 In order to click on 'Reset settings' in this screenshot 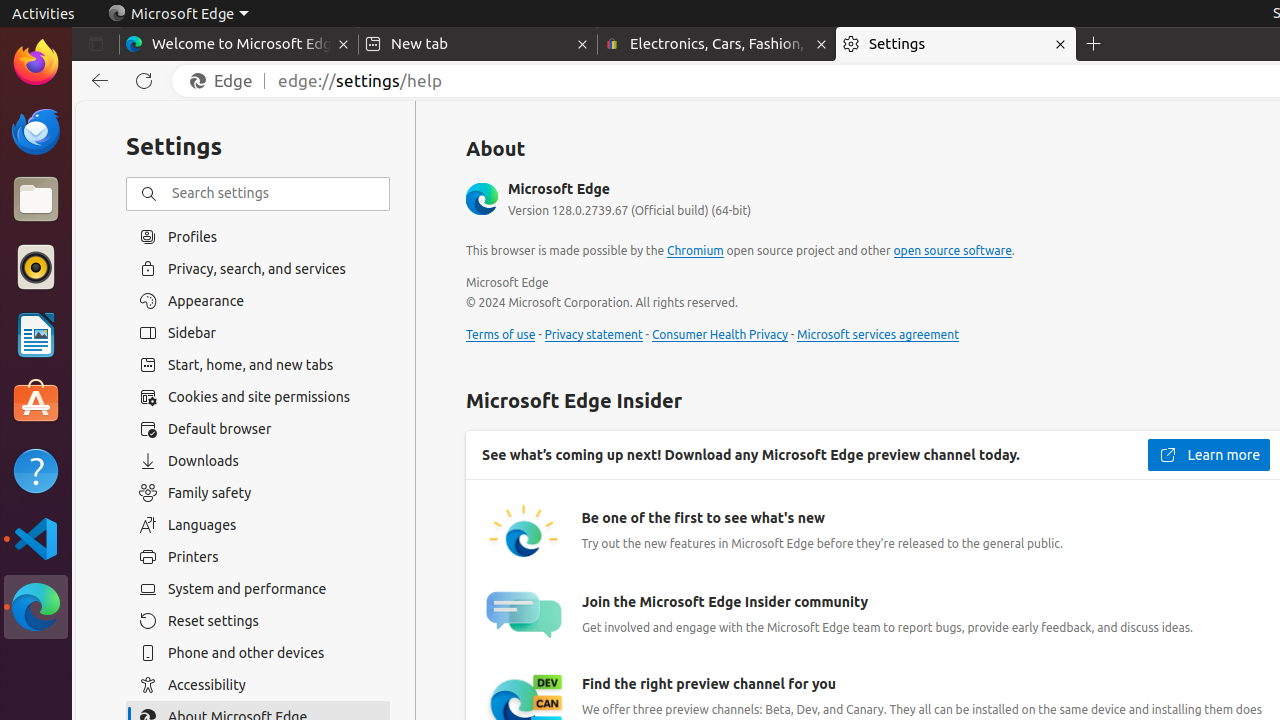, I will do `click(257, 620)`.